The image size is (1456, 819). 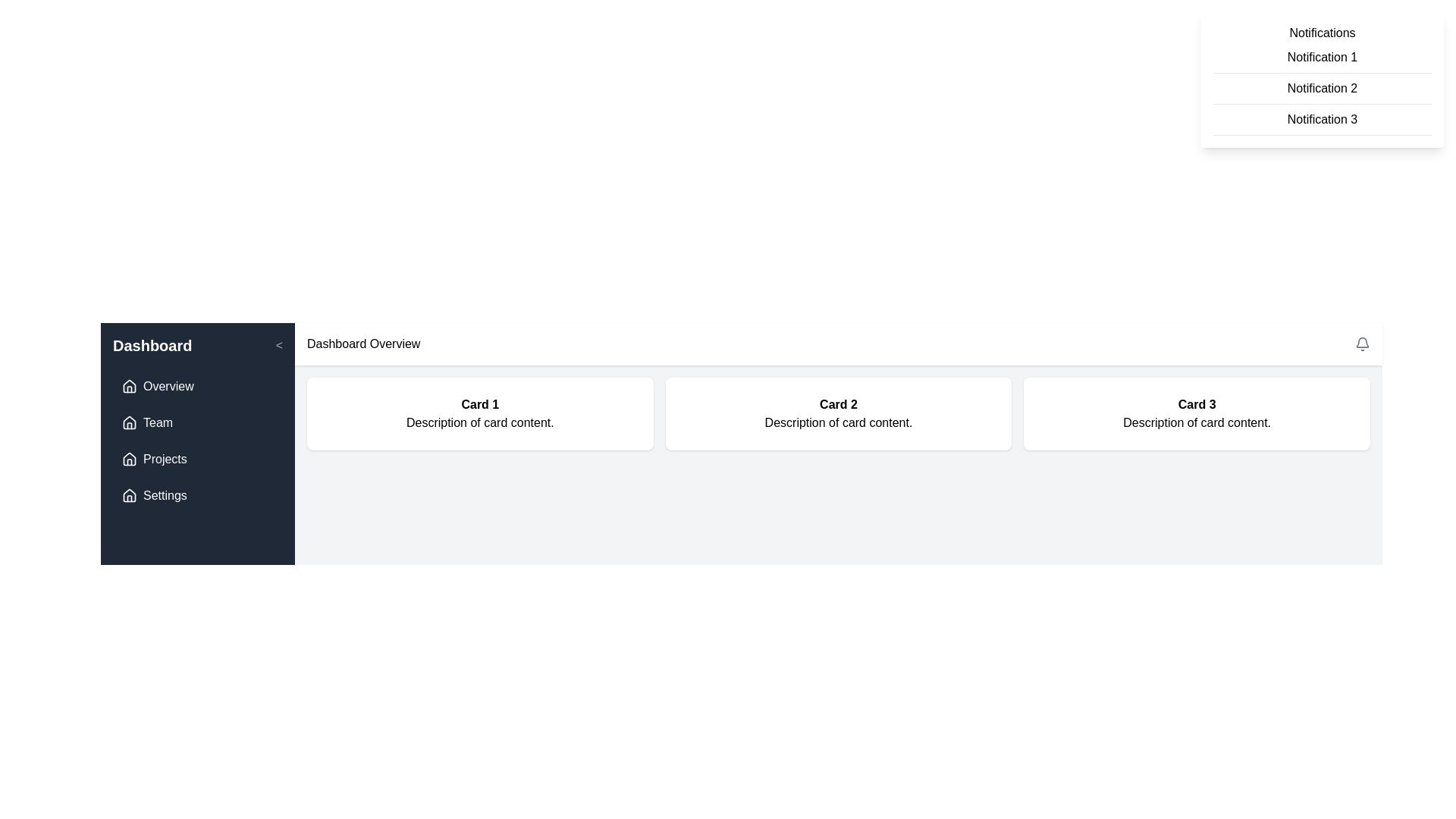 I want to click on displayed notification text from the text label showing 'Notification 1', which is the first item in a list of notifications located in the top-right corner of the interface, so click(x=1321, y=57).